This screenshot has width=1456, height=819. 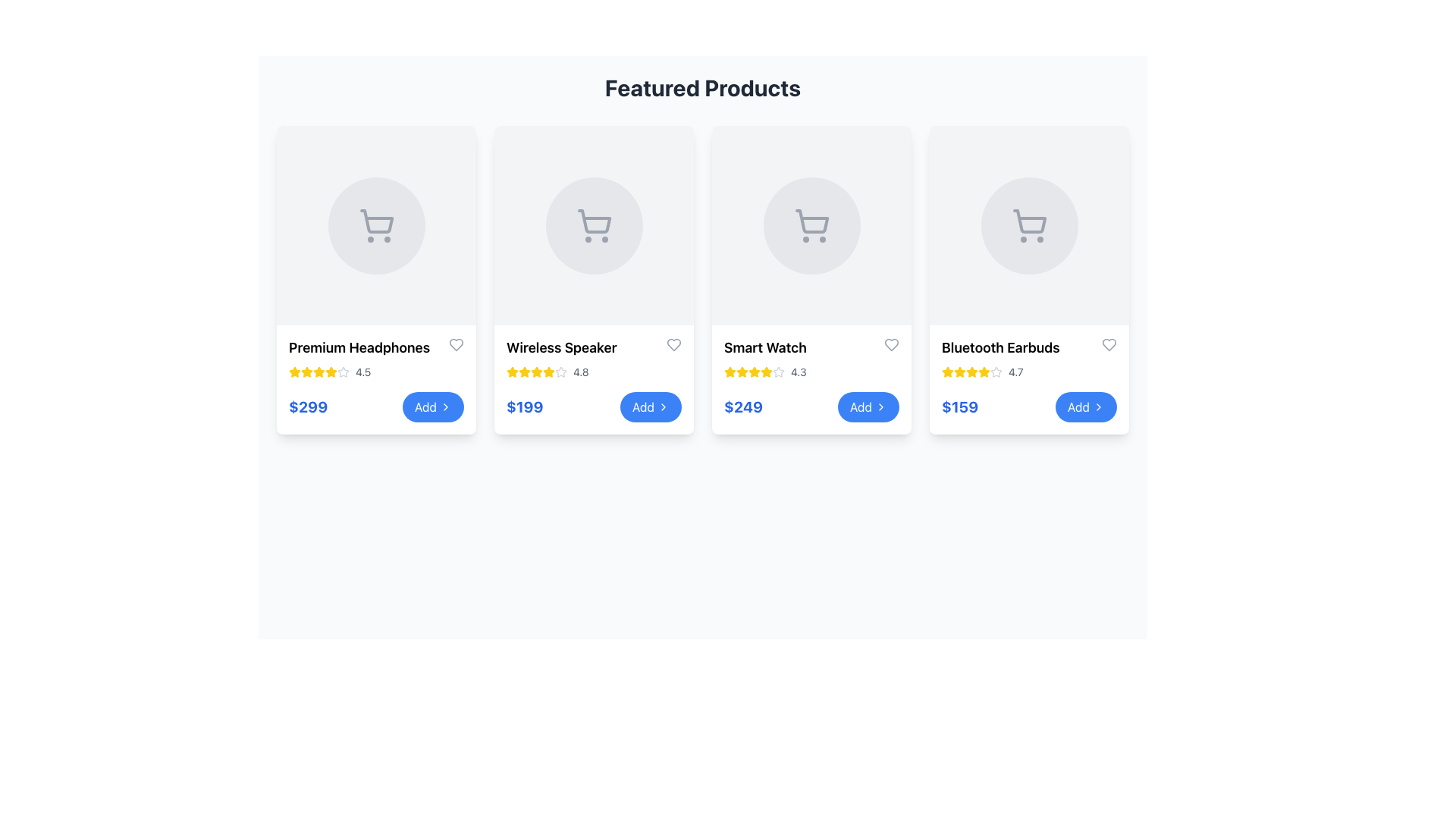 What do you see at coordinates (742, 372) in the screenshot?
I see `the third star icon in the Star rating system of the 'Smart Watch' product card` at bounding box center [742, 372].